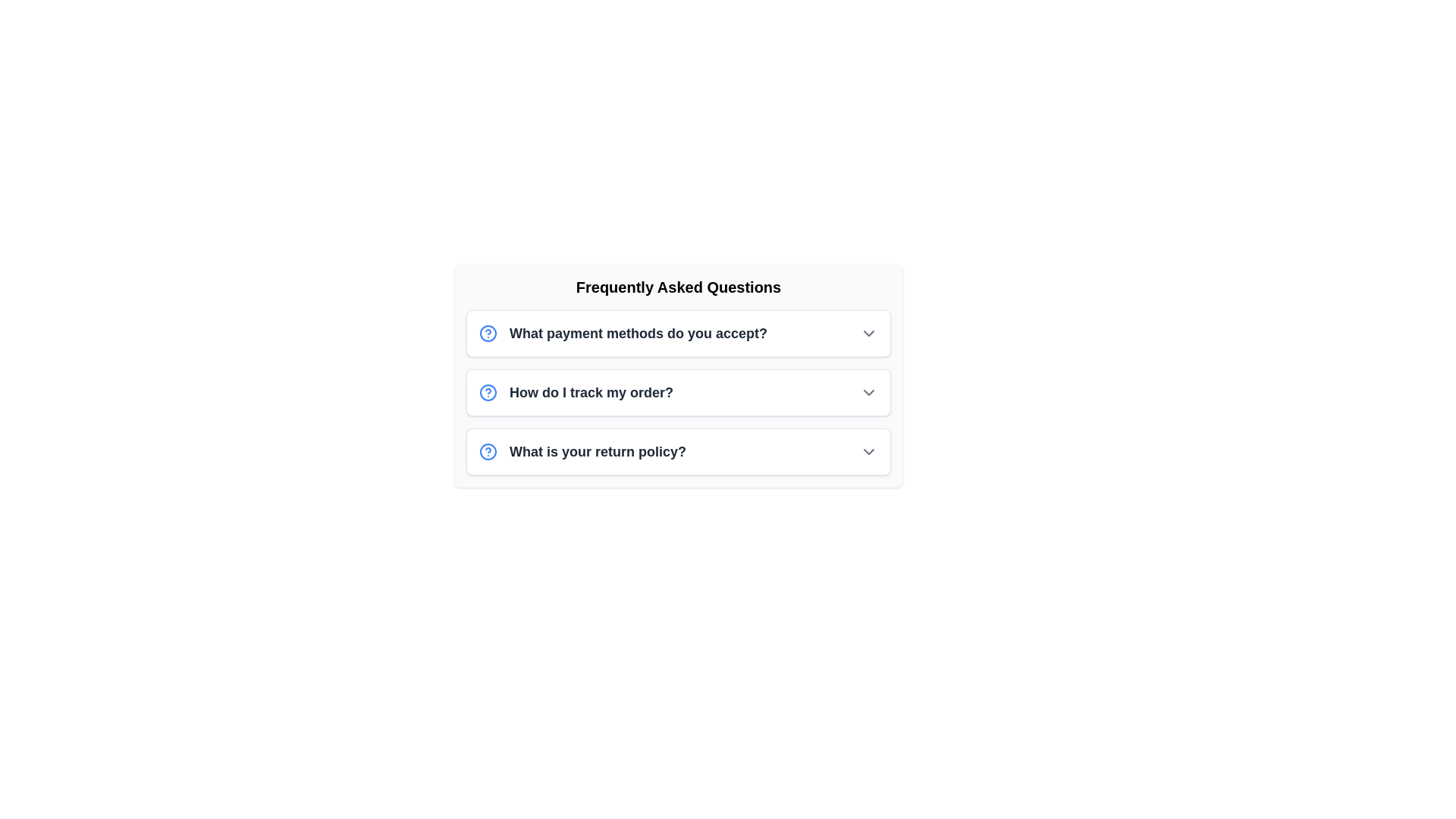 This screenshot has height=819, width=1456. I want to click on the Collapsible FAQ item labeled 'How do I track my order?' to toggle its expansion quickly, so click(677, 391).